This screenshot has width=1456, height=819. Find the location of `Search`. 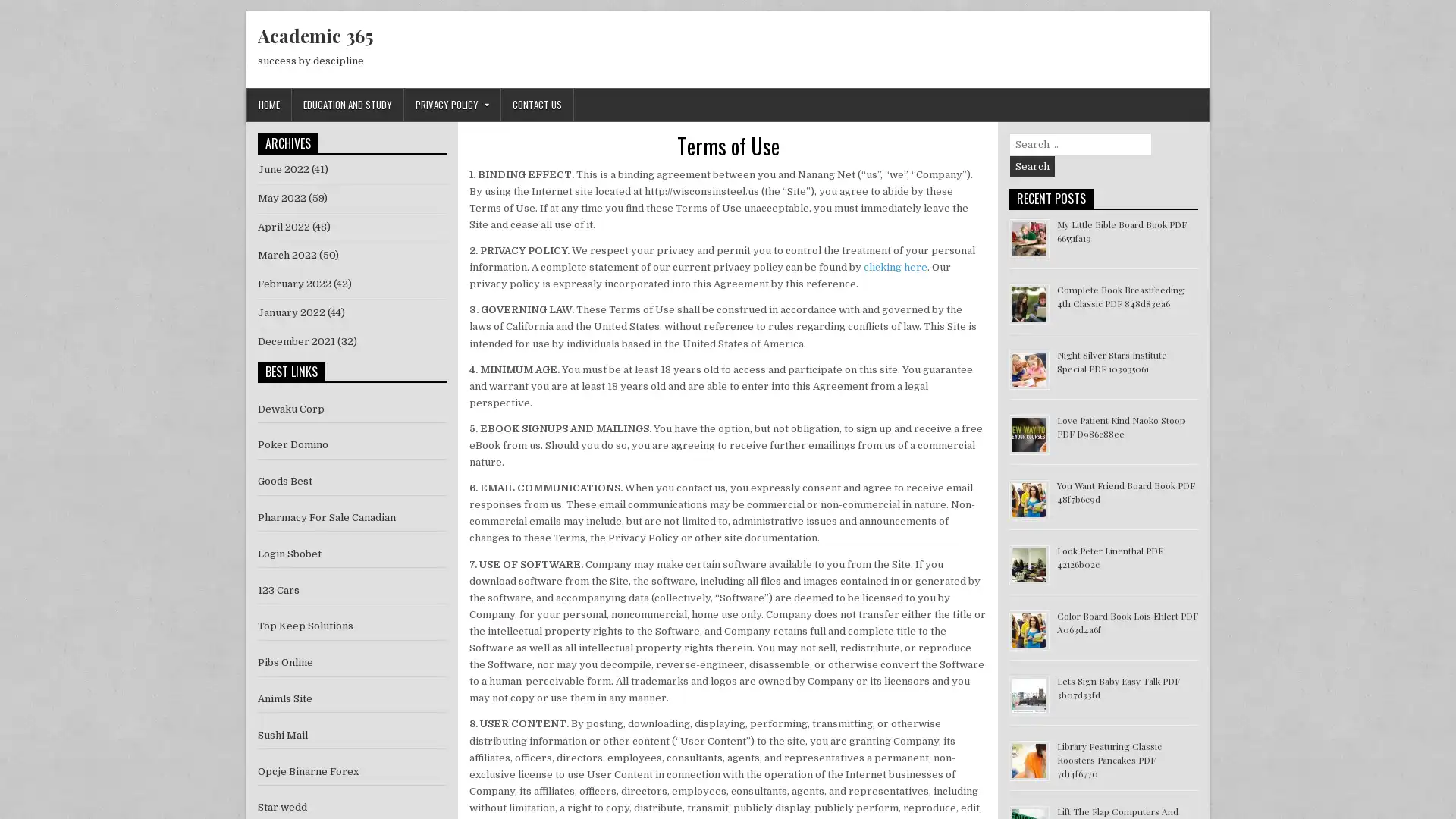

Search is located at coordinates (1031, 166).